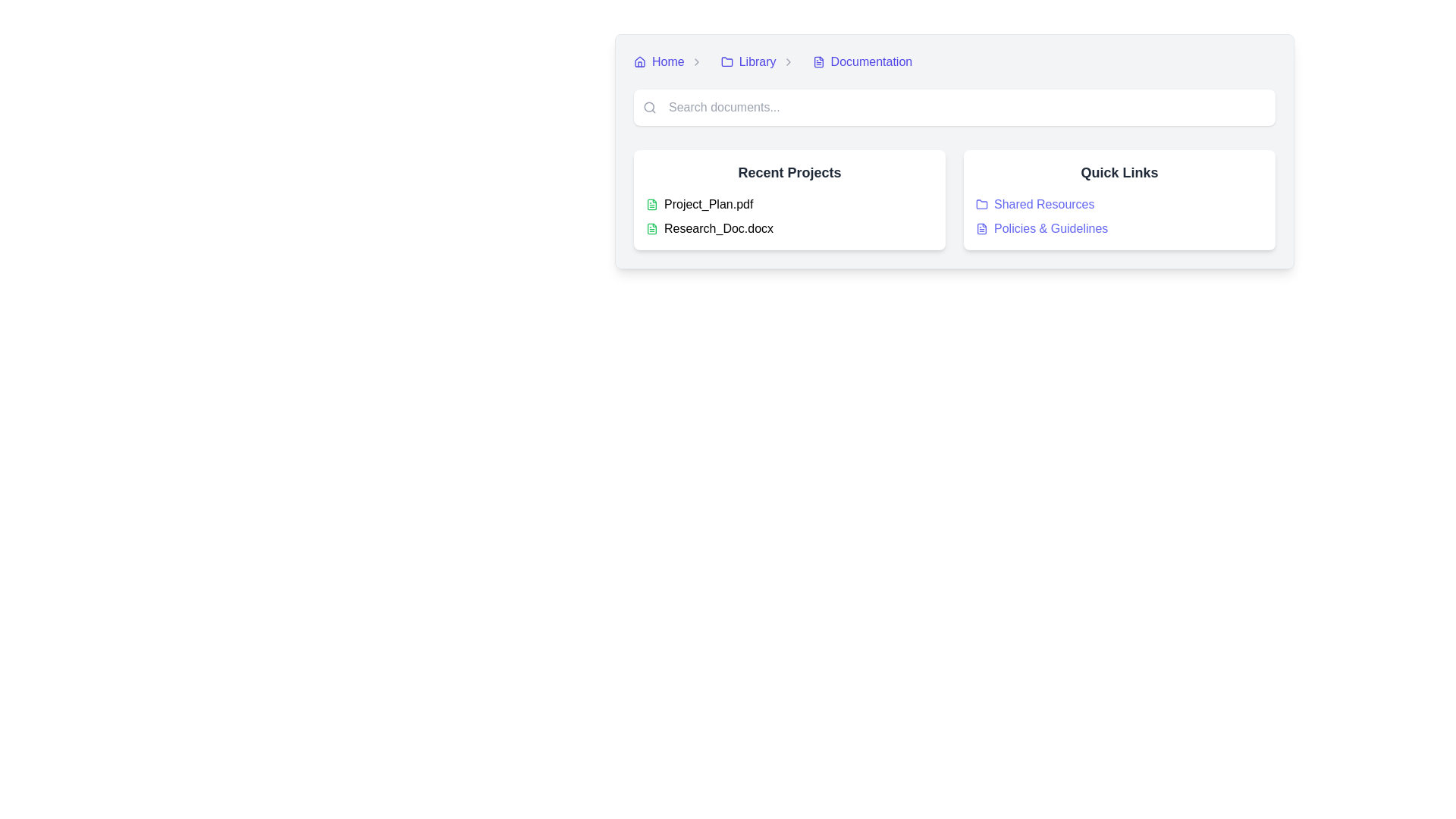 Image resolution: width=1456 pixels, height=819 pixels. I want to click on the breadcrumb navigation link at the top-left corner of the central content area, so click(670, 61).